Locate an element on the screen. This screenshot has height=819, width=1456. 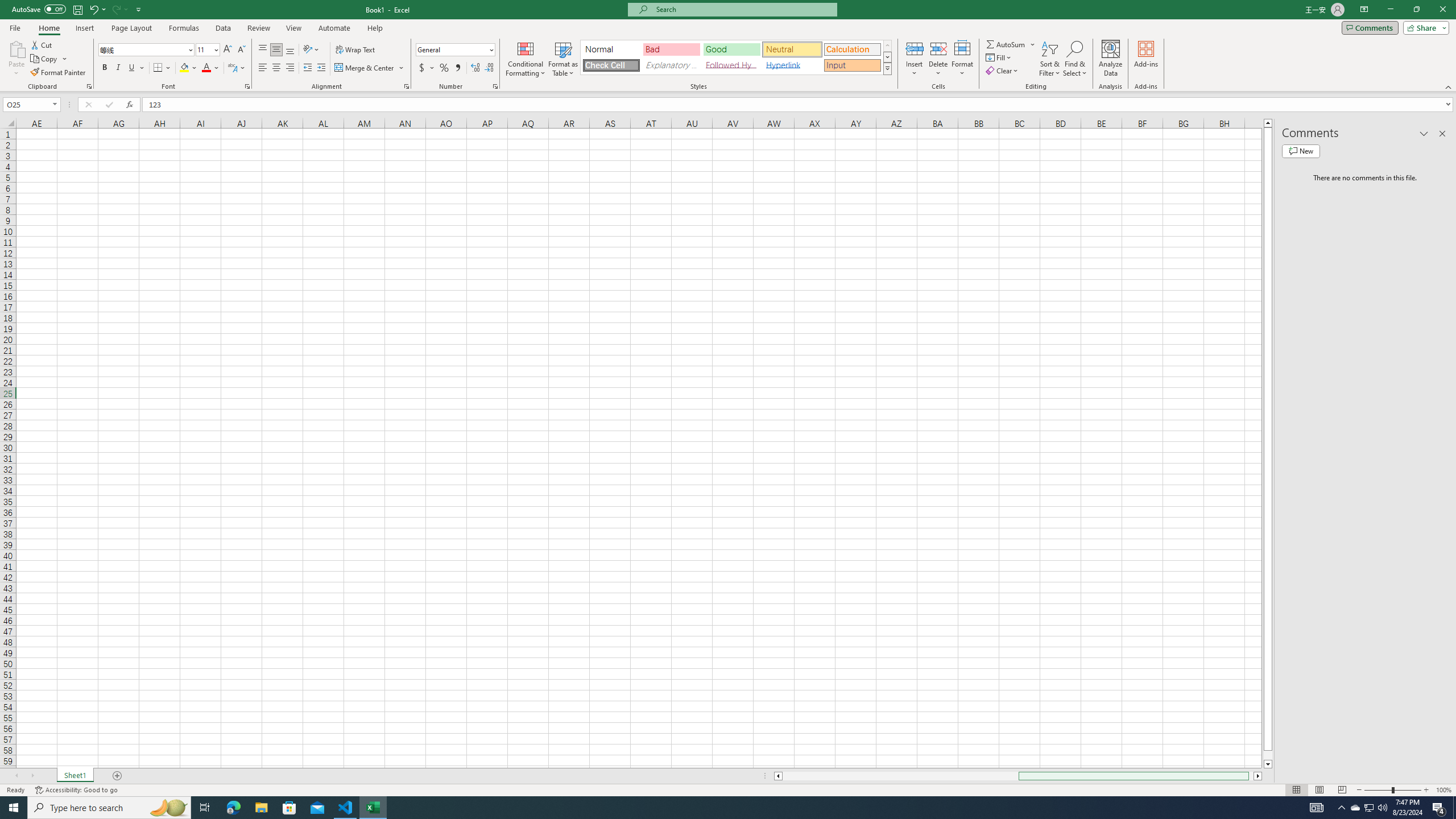
'Decrease Font Size' is located at coordinates (241, 49).